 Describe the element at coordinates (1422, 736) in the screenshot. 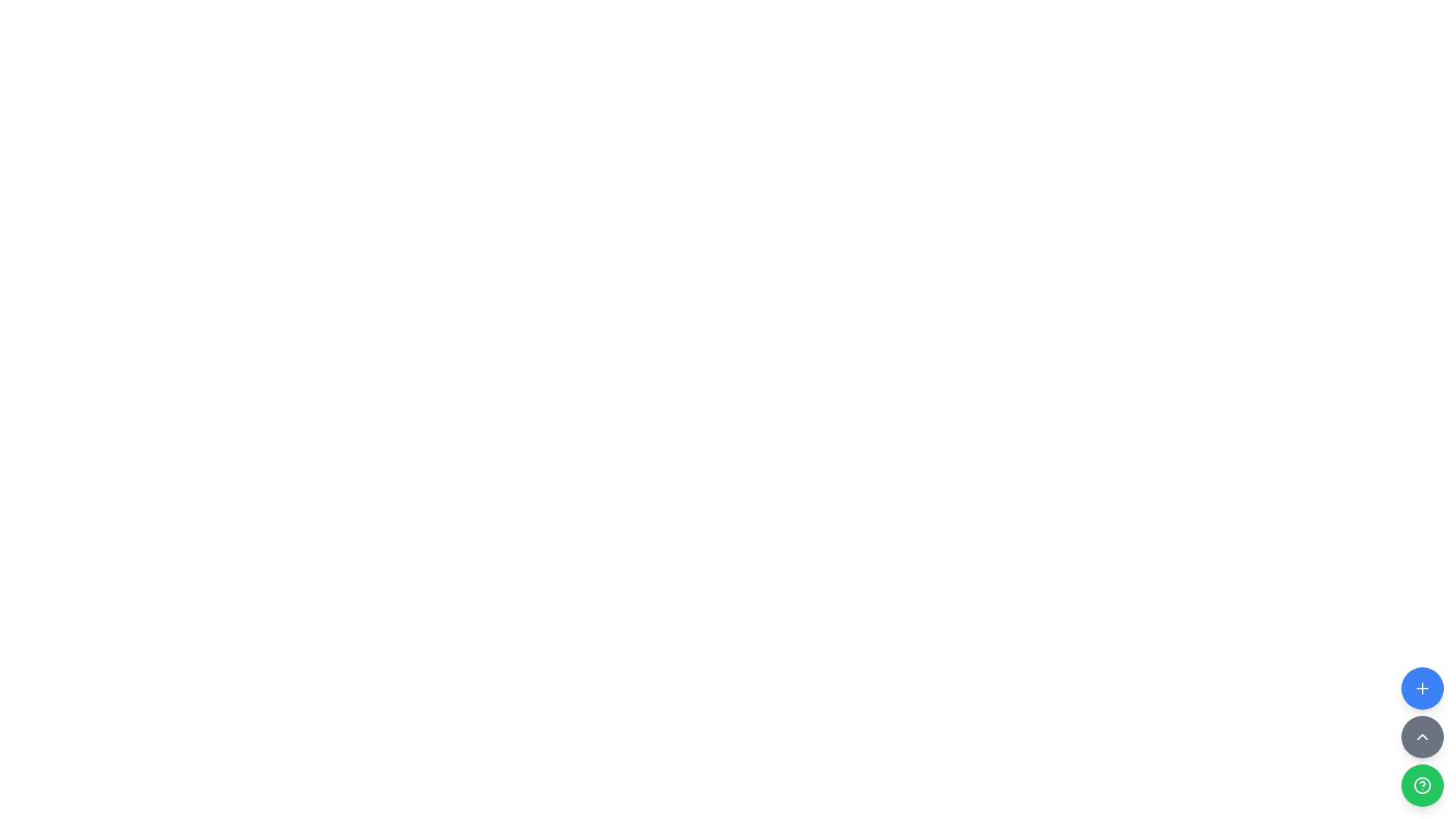

I see `the upward chevron icon, which is a hollow design with a thin white stroke against a gray circular background, located at the center of the middle button in the bottom-right vertical menu` at that location.